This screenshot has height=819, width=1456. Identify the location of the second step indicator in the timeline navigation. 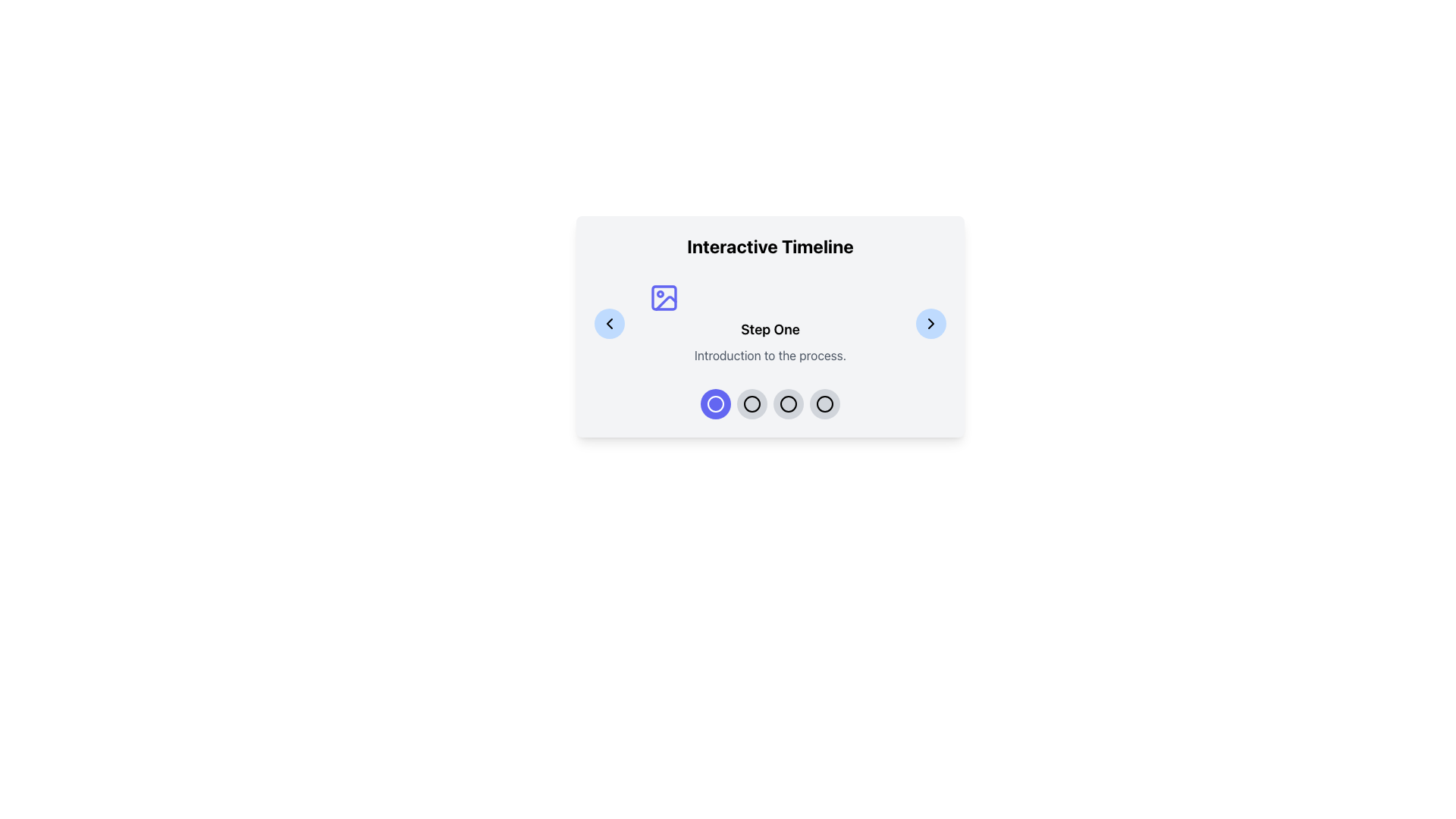
(789, 403).